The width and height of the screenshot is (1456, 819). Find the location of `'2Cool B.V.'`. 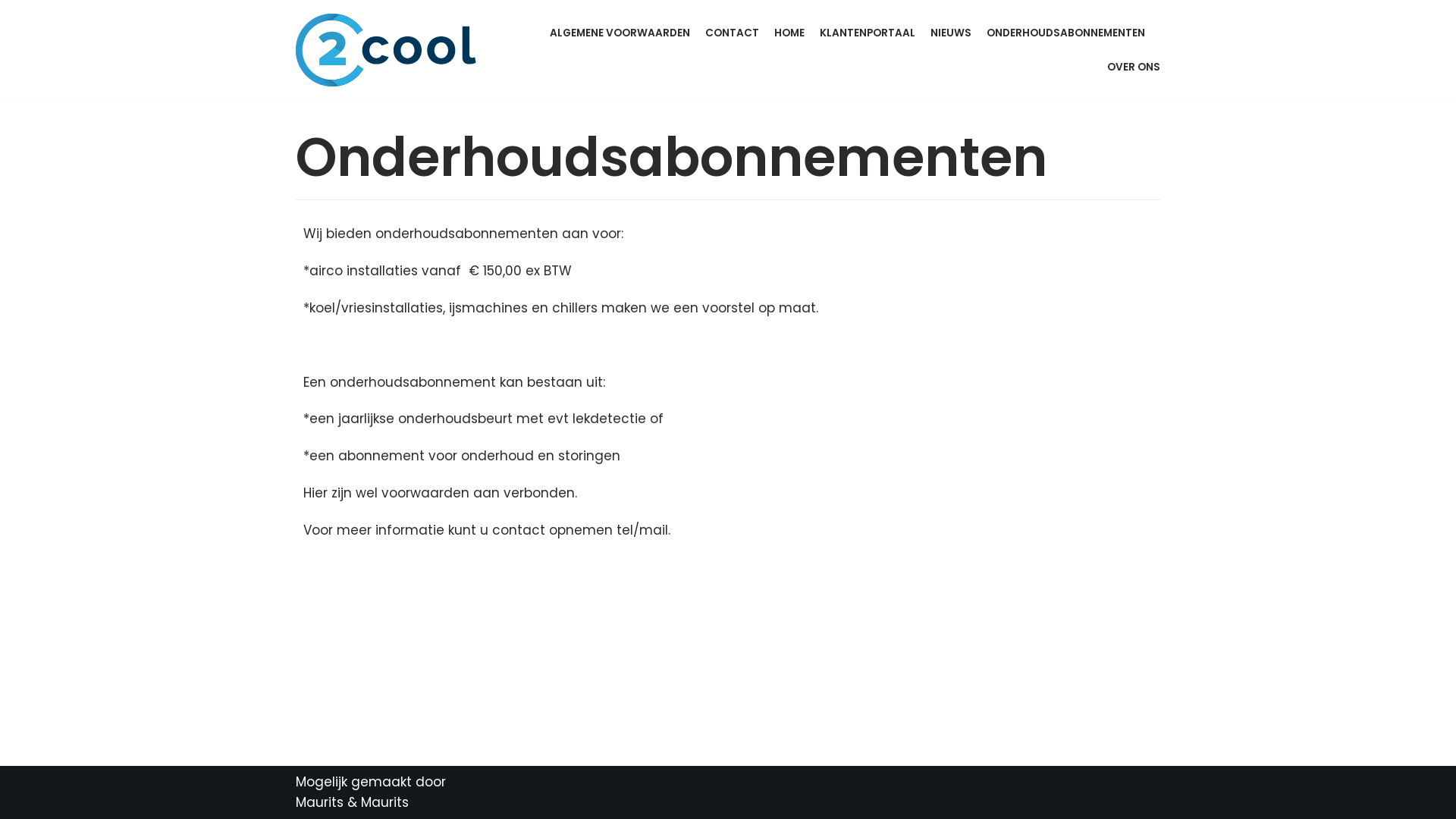

'2Cool B.V.' is located at coordinates (386, 49).